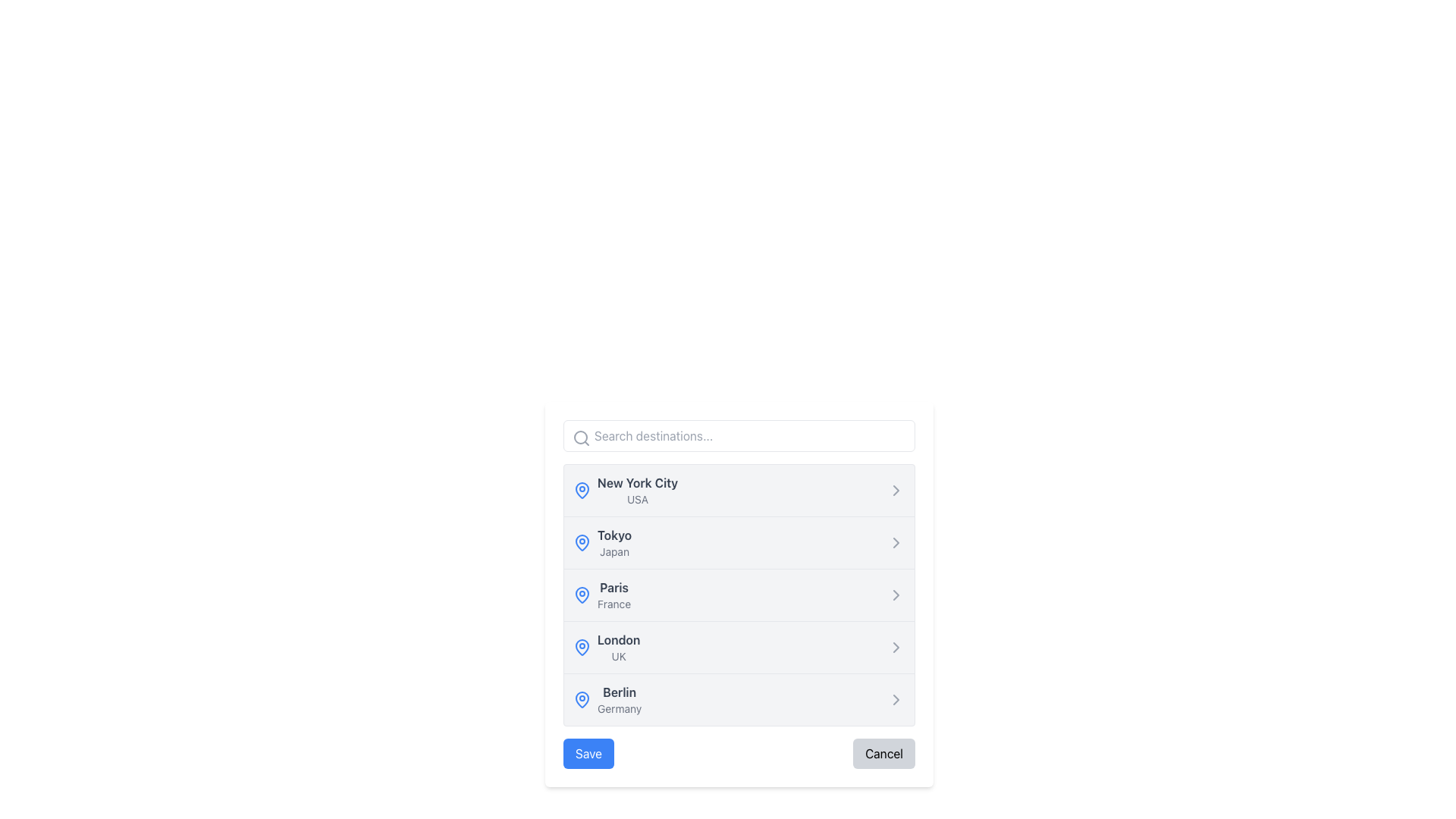 The image size is (1456, 819). What do you see at coordinates (619, 656) in the screenshot?
I see `text label displaying 'UK', which is styled in gray and positioned centrally beneath the 'London' entry in a list of cities` at bounding box center [619, 656].